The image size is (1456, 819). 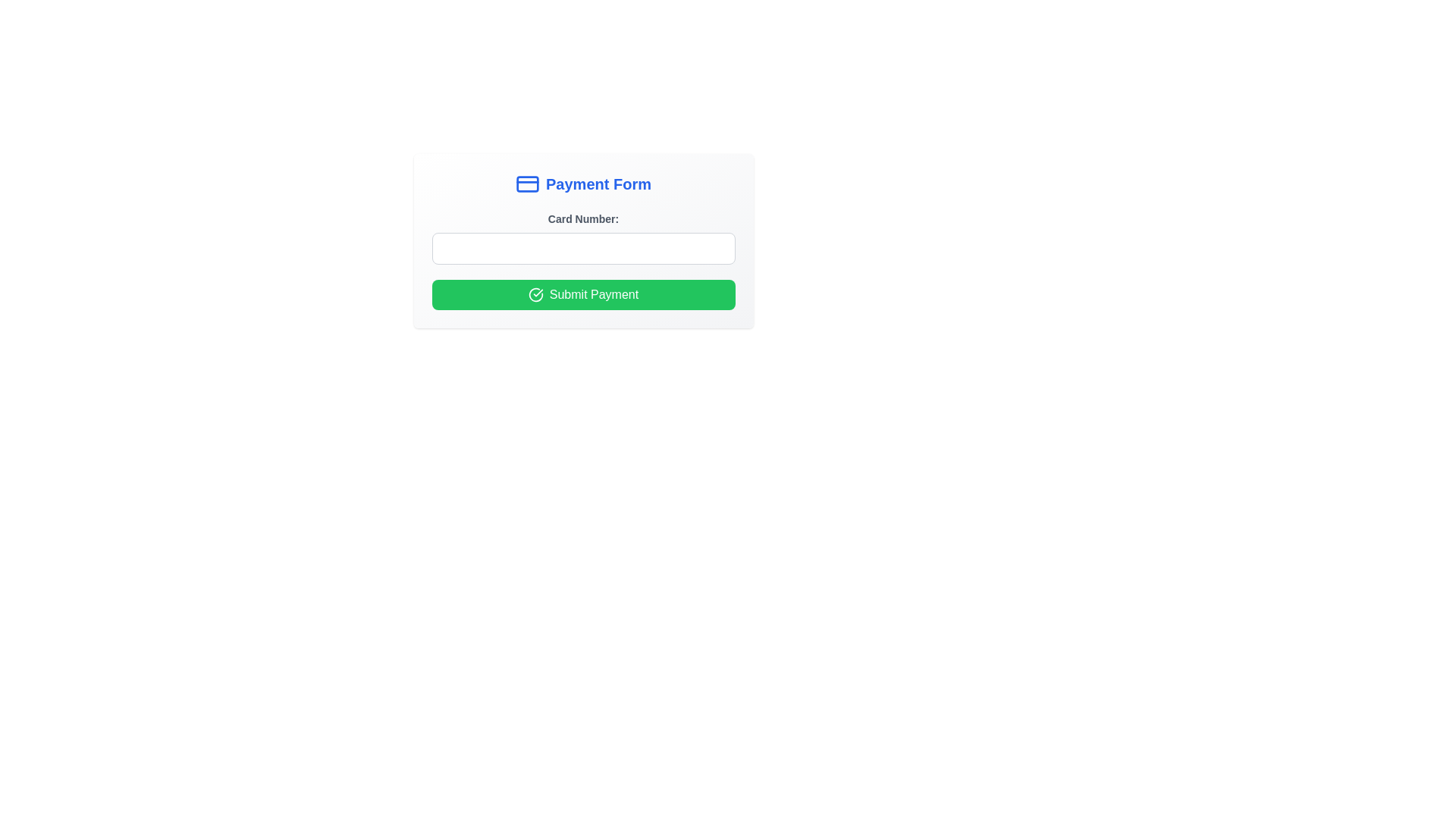 I want to click on the text label that indicates the input field for entering a card number, located directly above the input field in the center of the interface, so click(x=582, y=219).